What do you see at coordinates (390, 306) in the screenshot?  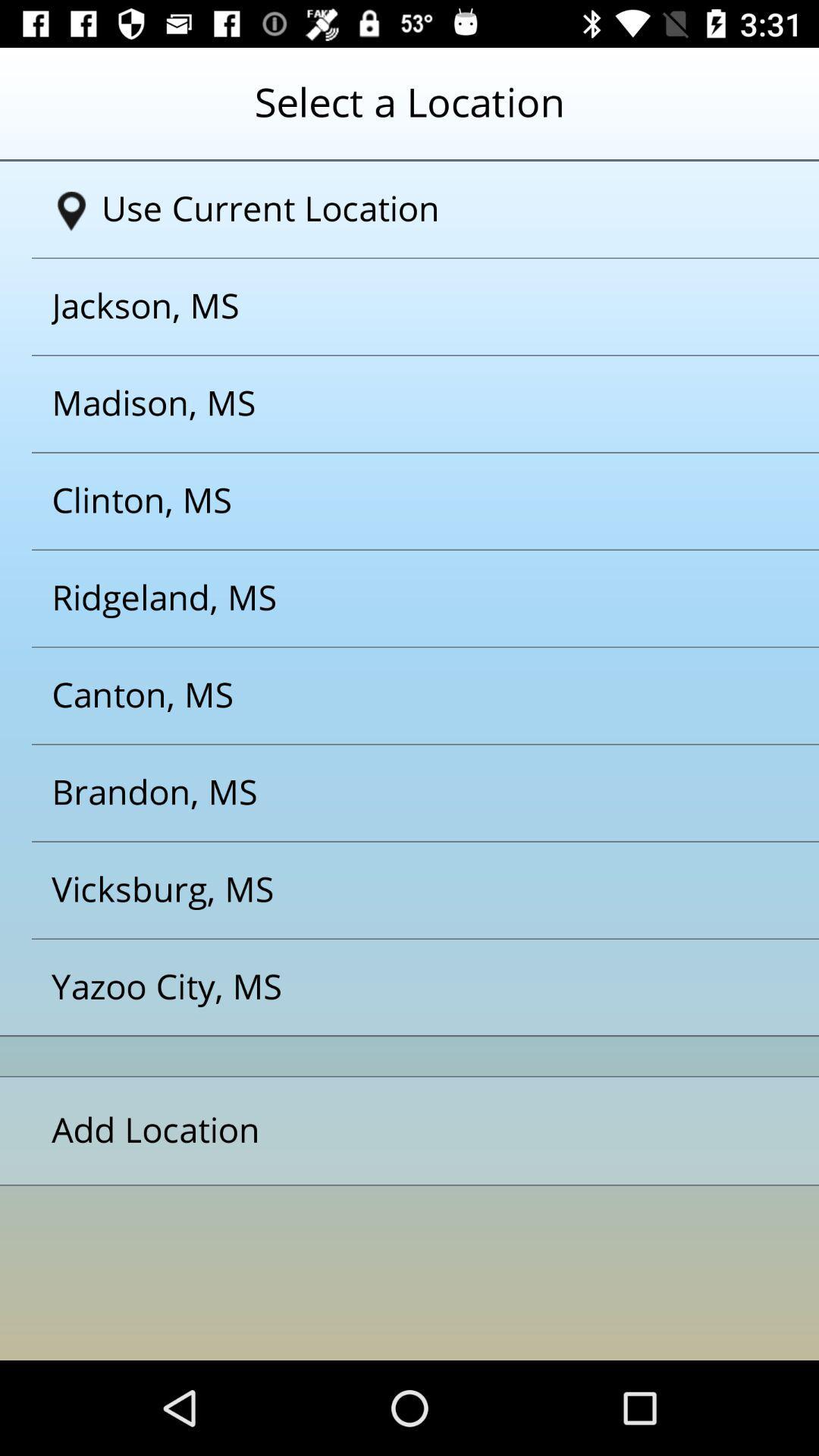 I see `the button jacksonms on the web page` at bounding box center [390, 306].